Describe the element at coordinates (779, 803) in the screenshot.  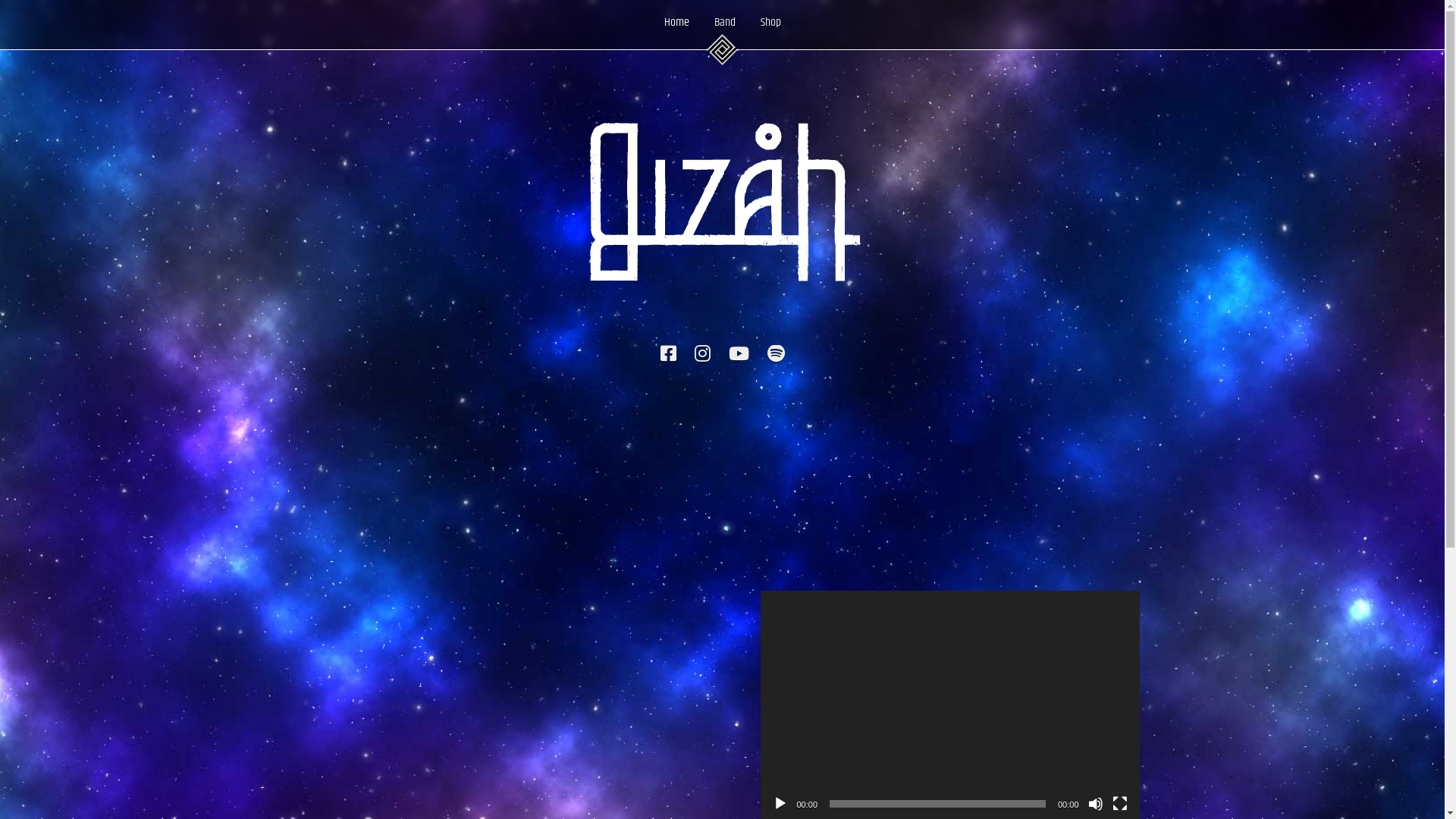
I see `'Play'` at that location.